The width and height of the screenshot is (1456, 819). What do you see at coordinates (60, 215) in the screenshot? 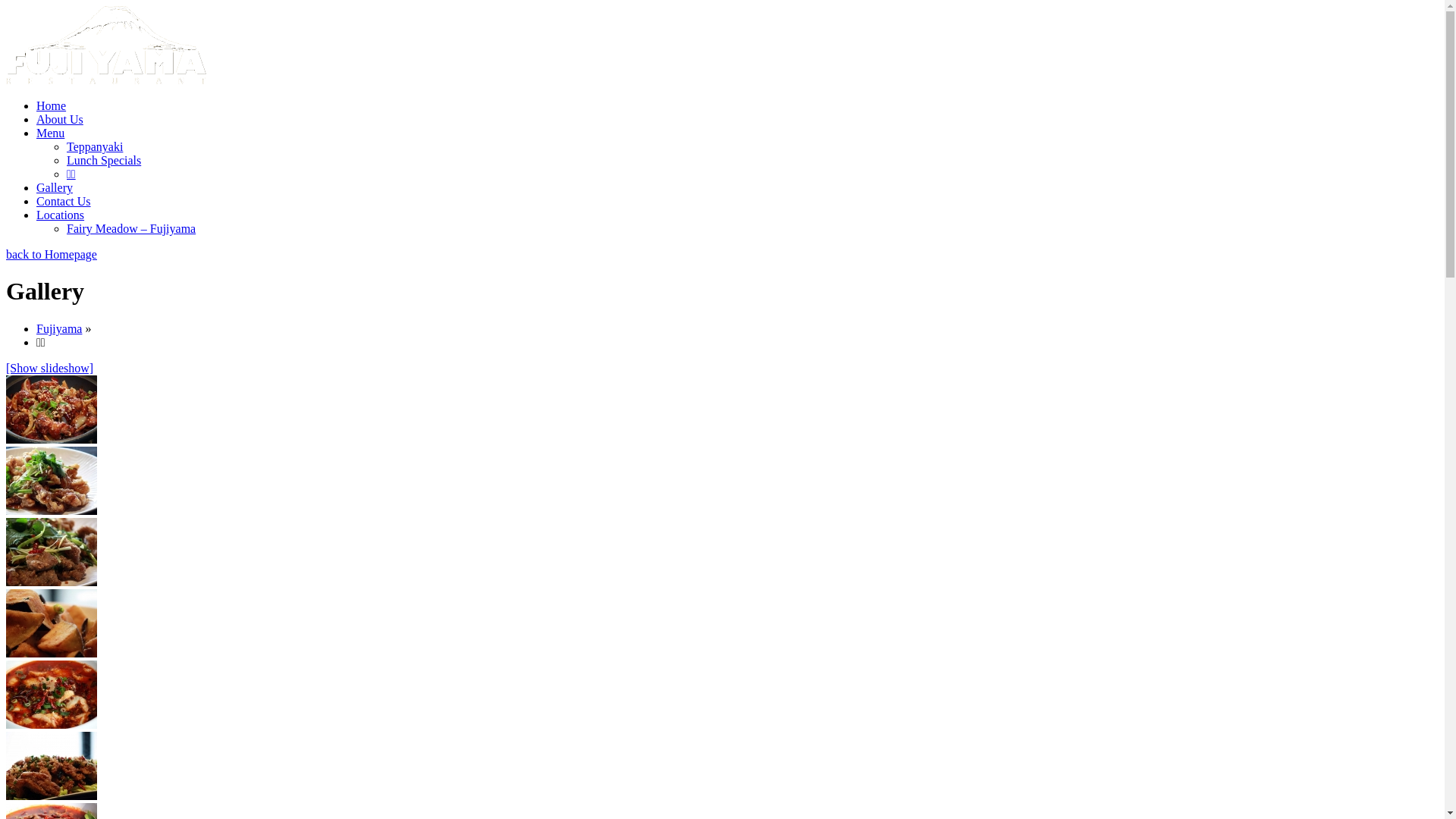
I see `'Locations'` at bounding box center [60, 215].